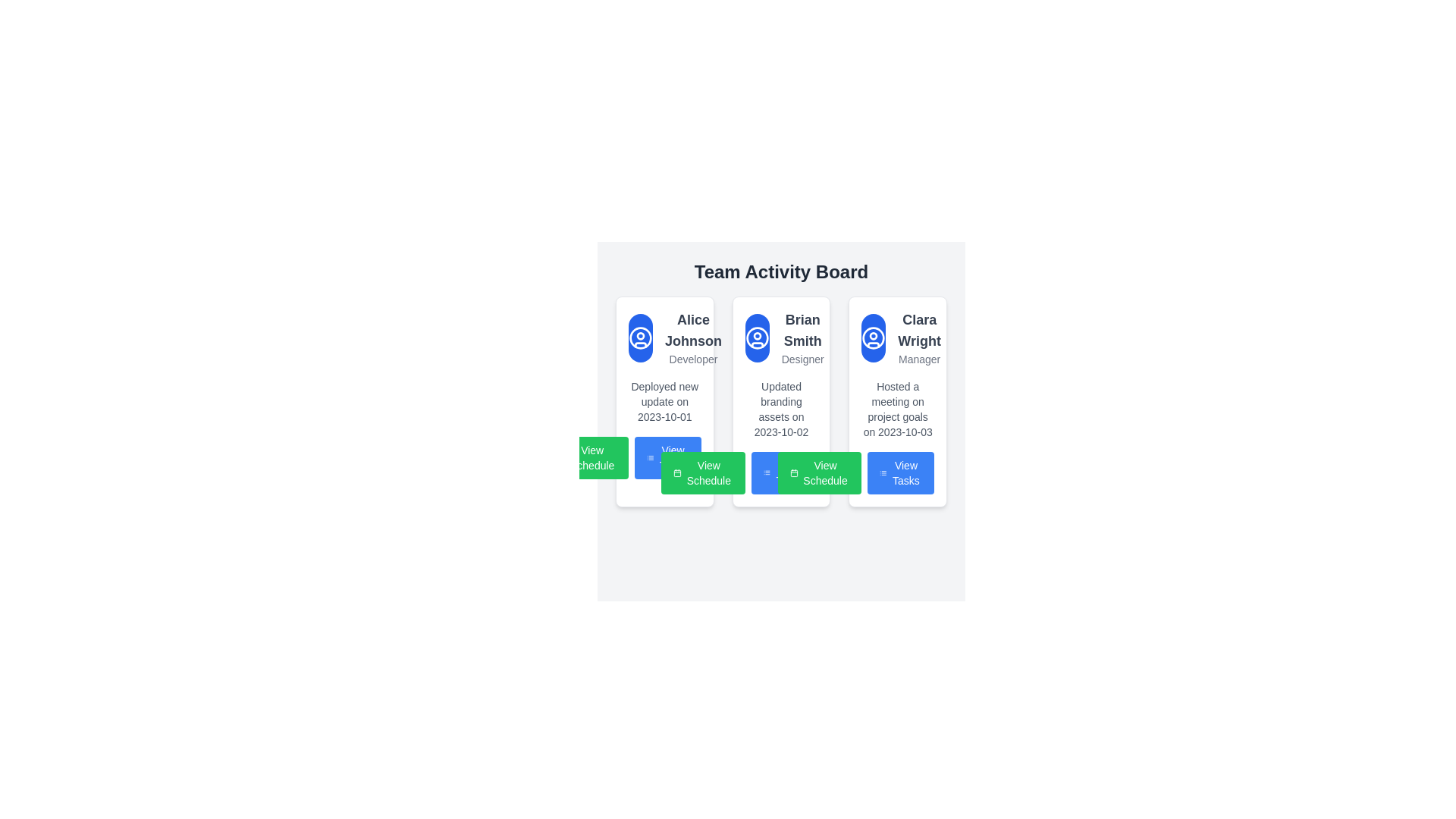 The height and width of the screenshot is (819, 1456). What do you see at coordinates (874, 337) in the screenshot?
I see `the circular blue icon button with a white user icon located in the third card of the grid layout under the 'Team Activity Board' heading` at bounding box center [874, 337].